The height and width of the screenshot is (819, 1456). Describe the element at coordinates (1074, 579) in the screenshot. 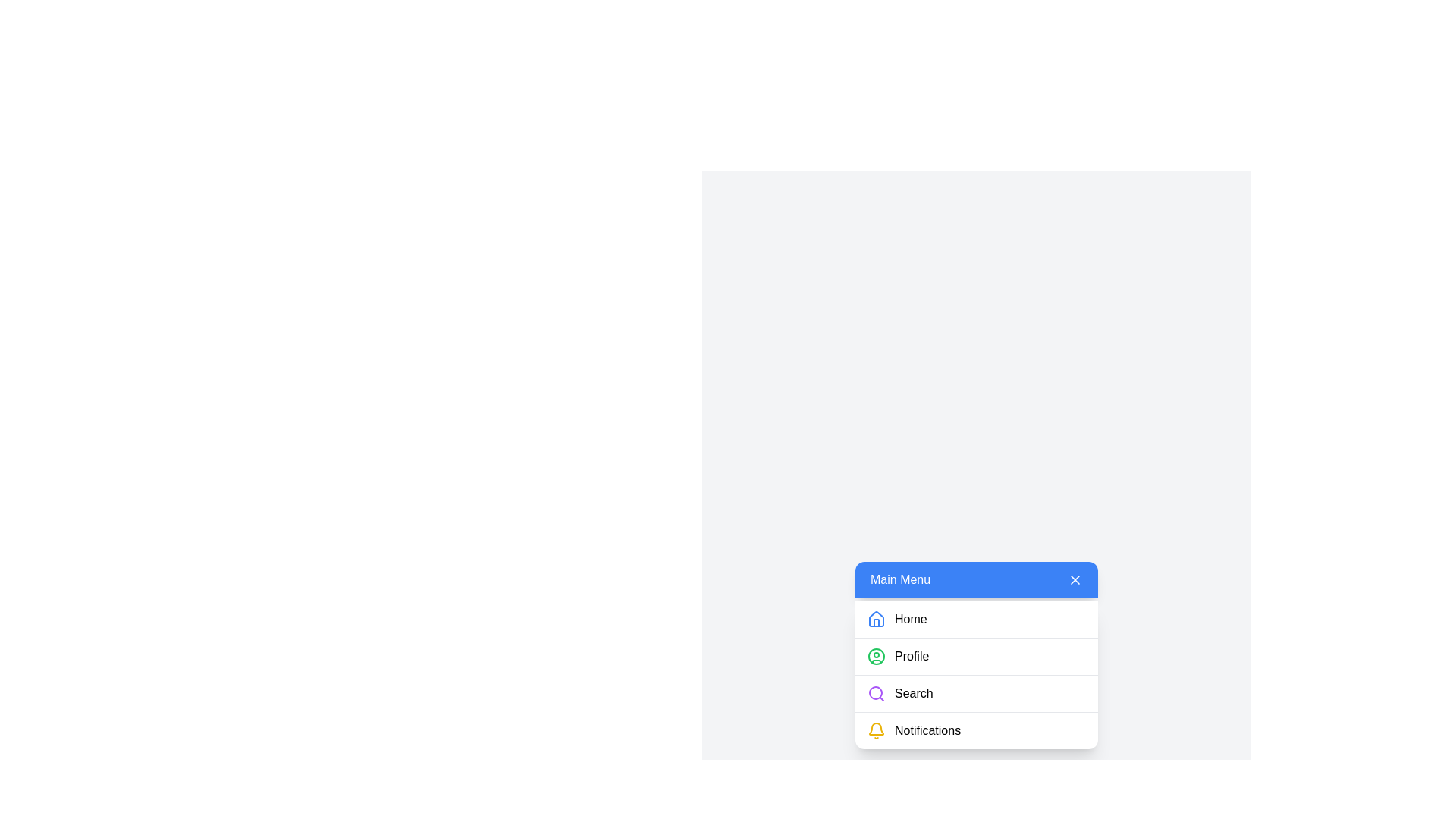

I see `the Close button icon (SVG) located at the top-right corner of the 'Main Menu' header` at that location.